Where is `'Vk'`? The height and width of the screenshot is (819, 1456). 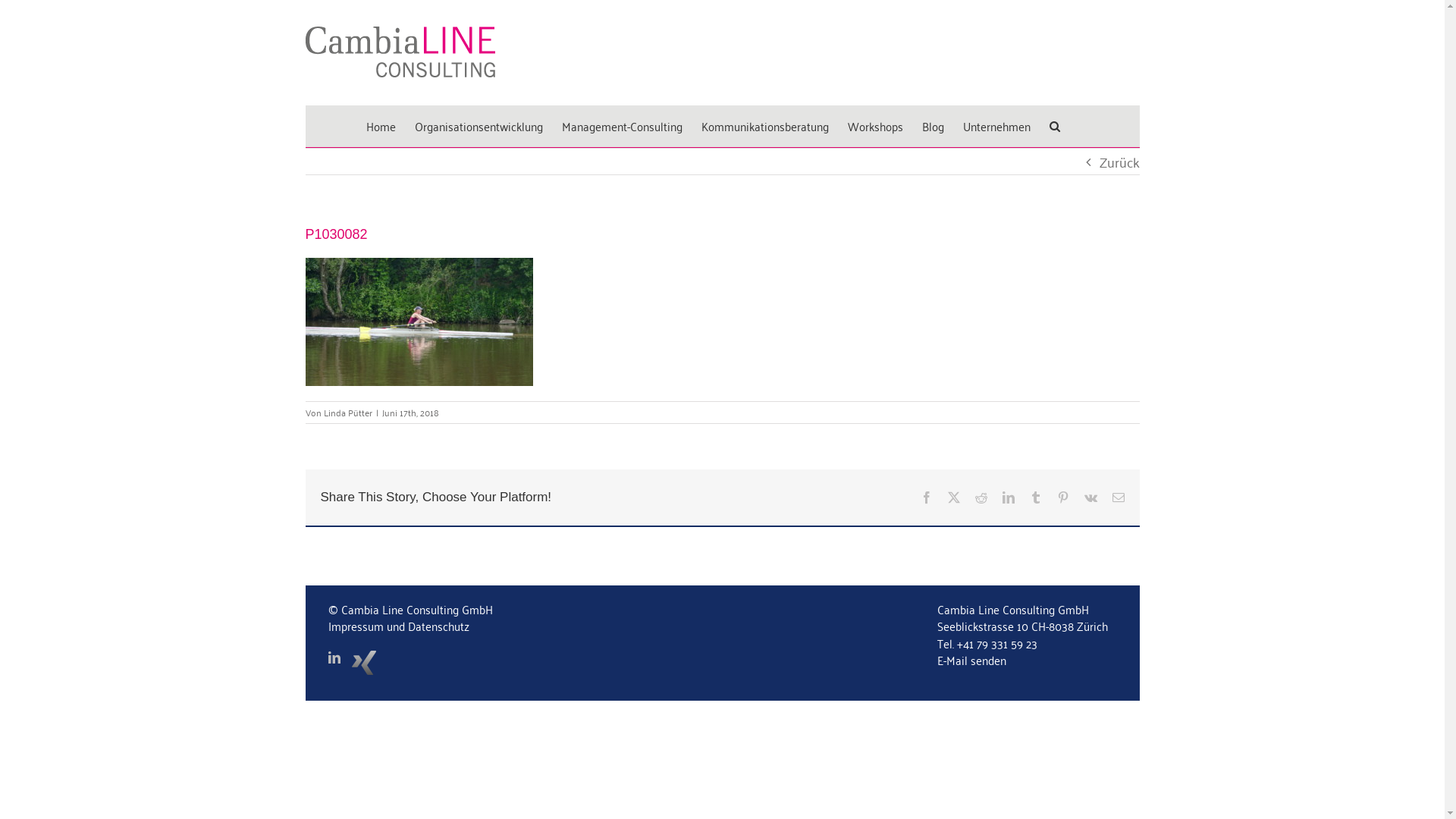 'Vk' is located at coordinates (1090, 497).